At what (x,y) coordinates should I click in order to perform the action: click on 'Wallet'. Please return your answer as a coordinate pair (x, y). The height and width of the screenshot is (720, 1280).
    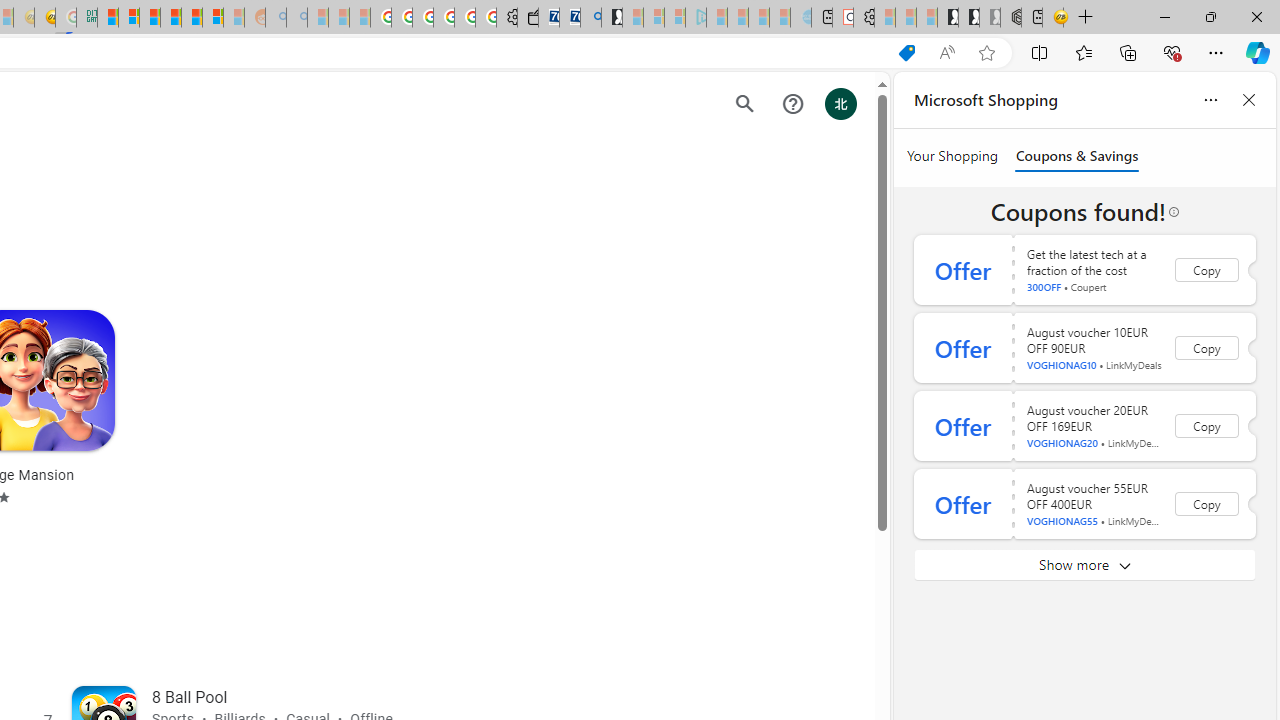
    Looking at the image, I should click on (528, 17).